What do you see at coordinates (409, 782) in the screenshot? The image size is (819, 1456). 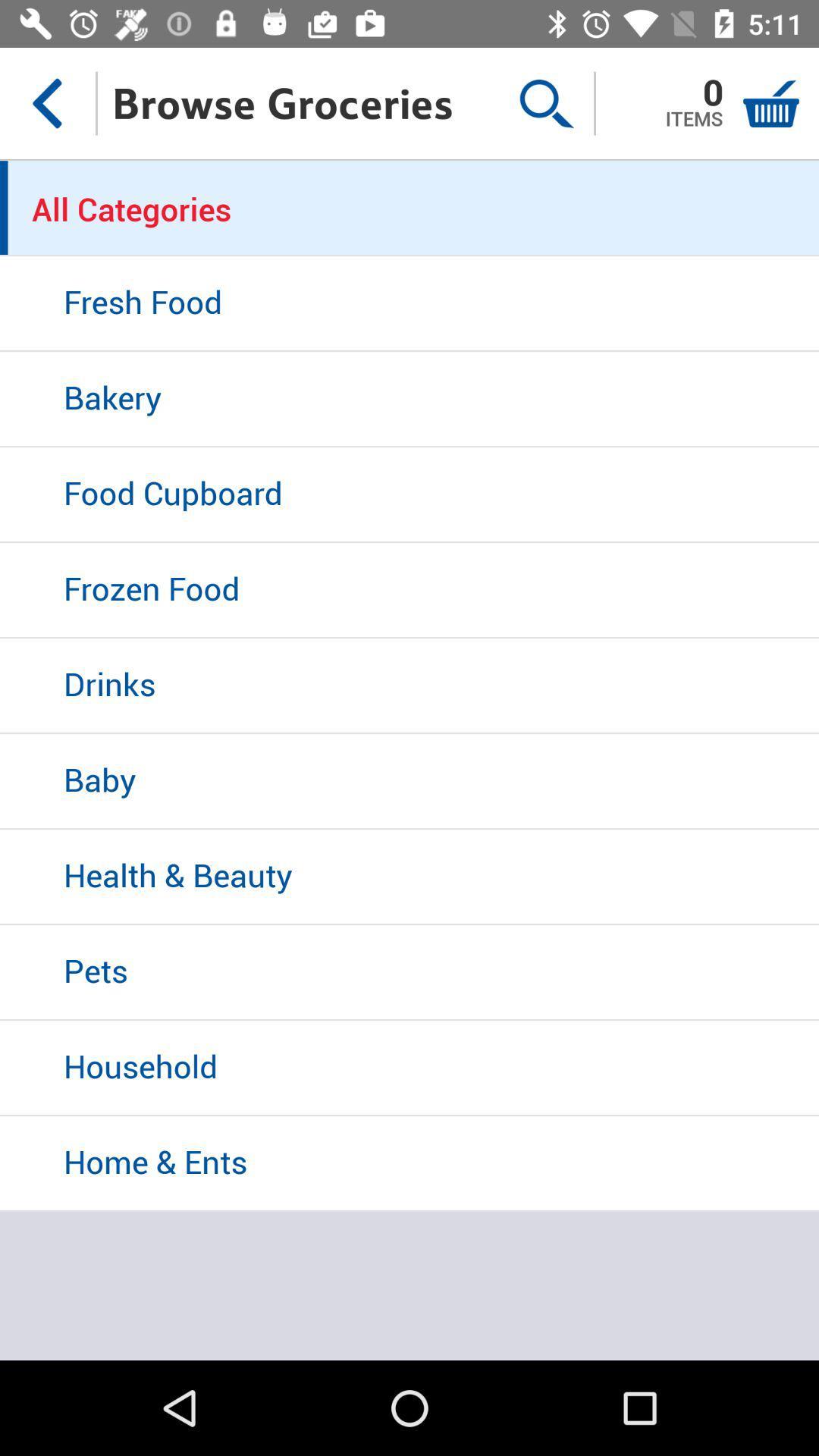 I see `the item below the drinks` at bounding box center [409, 782].